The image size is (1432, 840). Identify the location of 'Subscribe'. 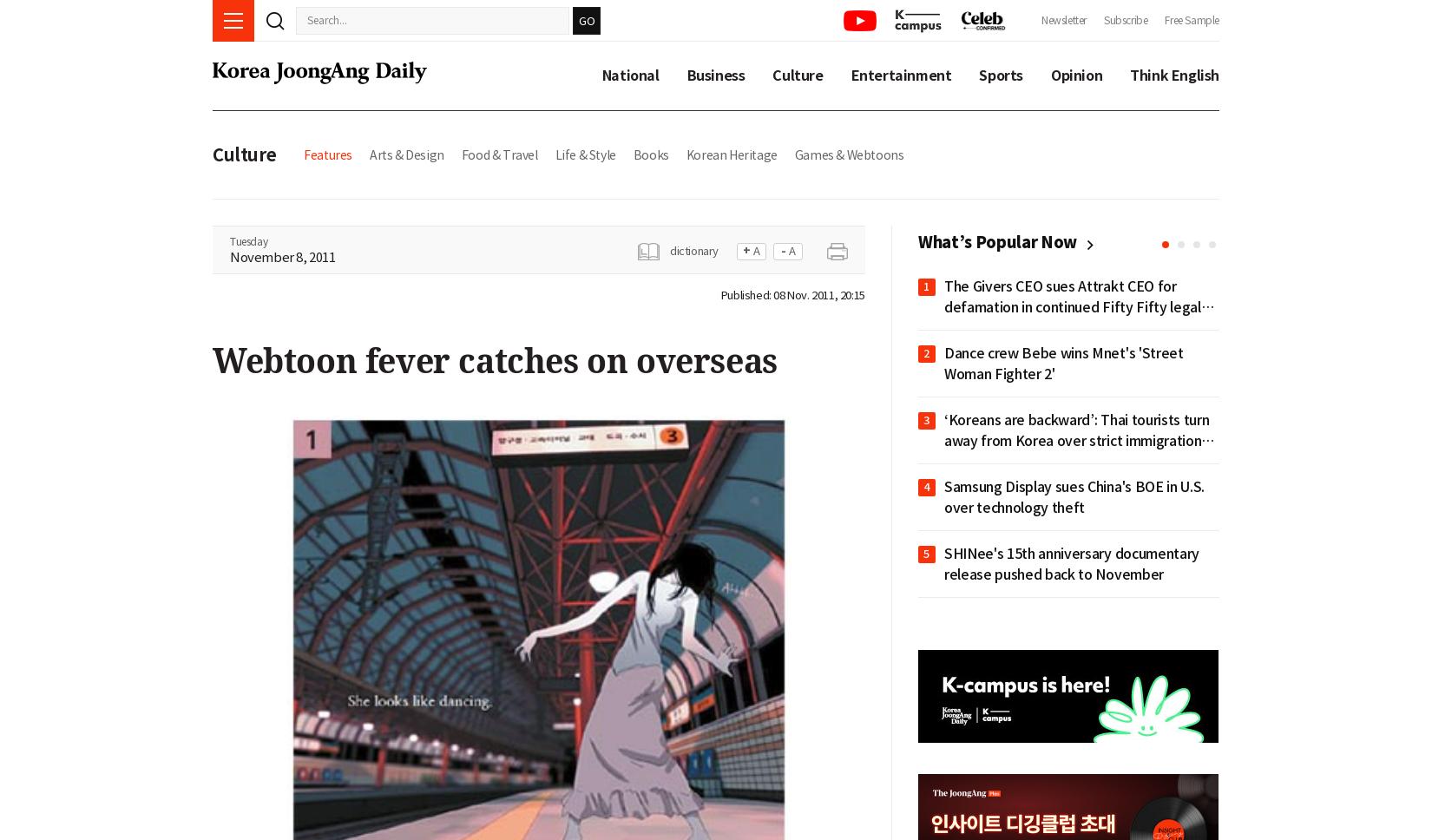
(1124, 20).